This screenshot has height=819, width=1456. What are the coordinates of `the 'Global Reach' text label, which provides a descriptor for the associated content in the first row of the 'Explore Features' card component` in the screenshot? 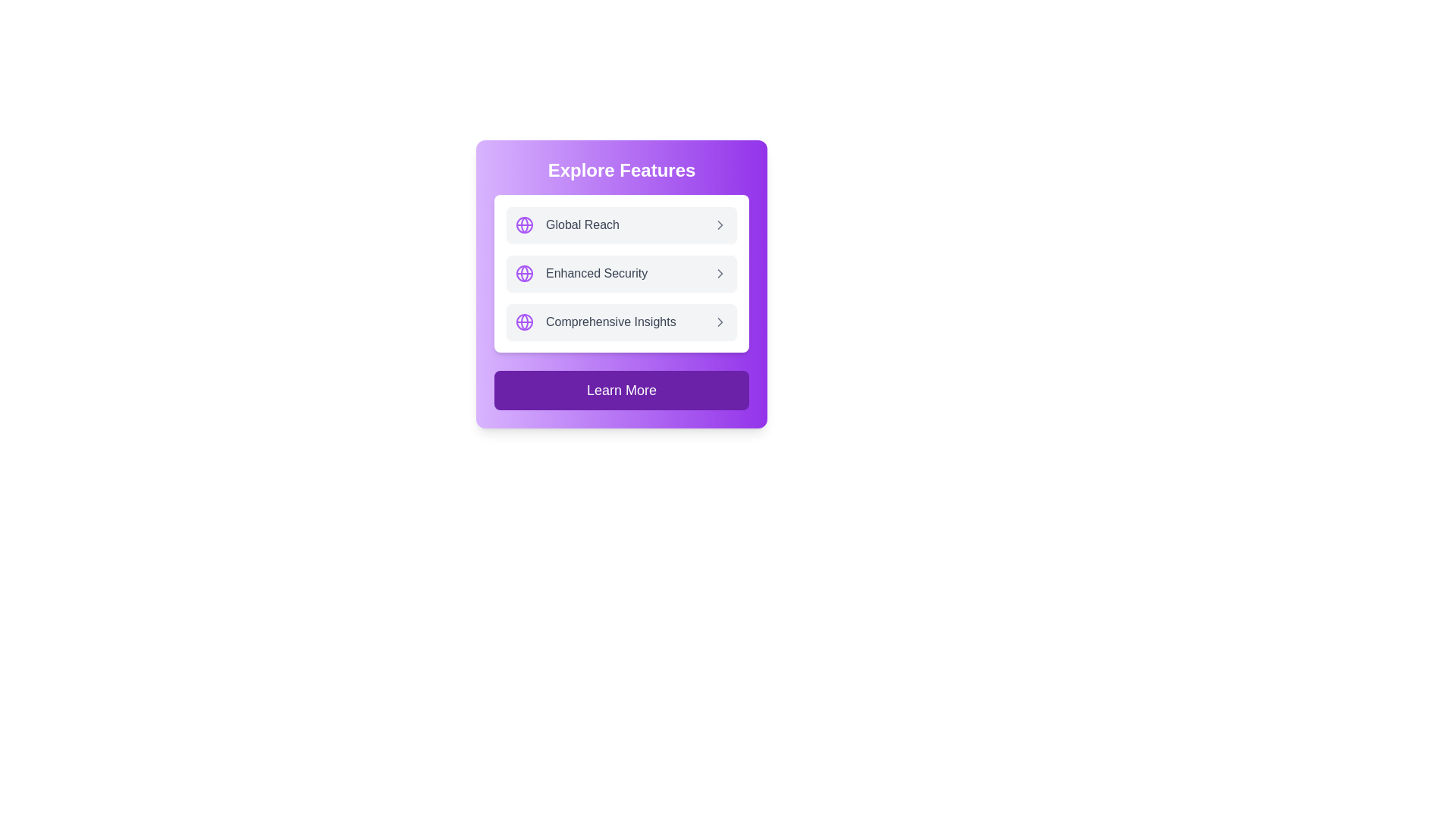 It's located at (582, 225).